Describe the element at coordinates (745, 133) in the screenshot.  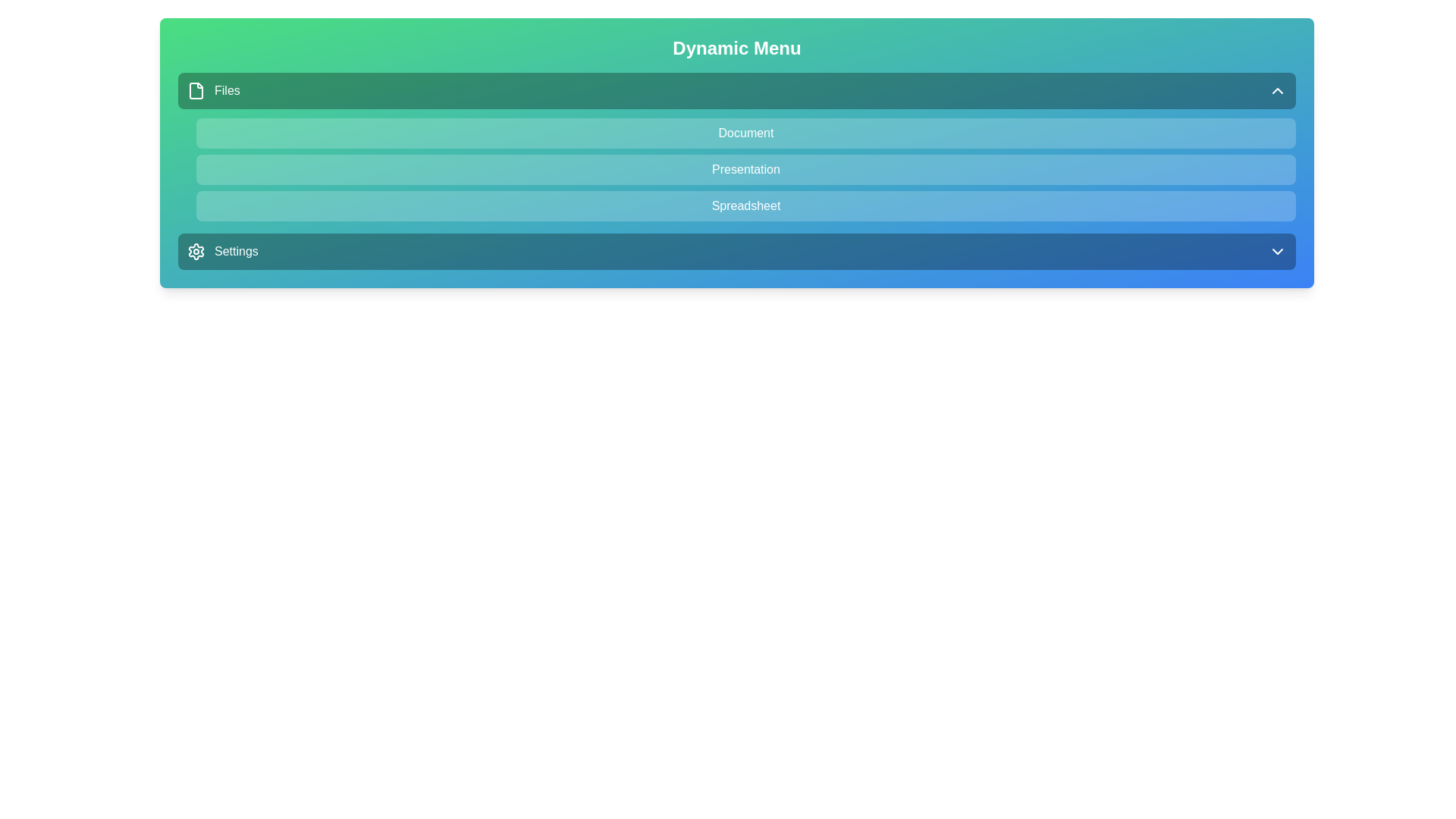
I see `the 'Document' menu item, which is the first entry in a vertical list below the 'Files' header and above the 'Presentation' entry, styled with a light overlay and rounded corners` at that location.